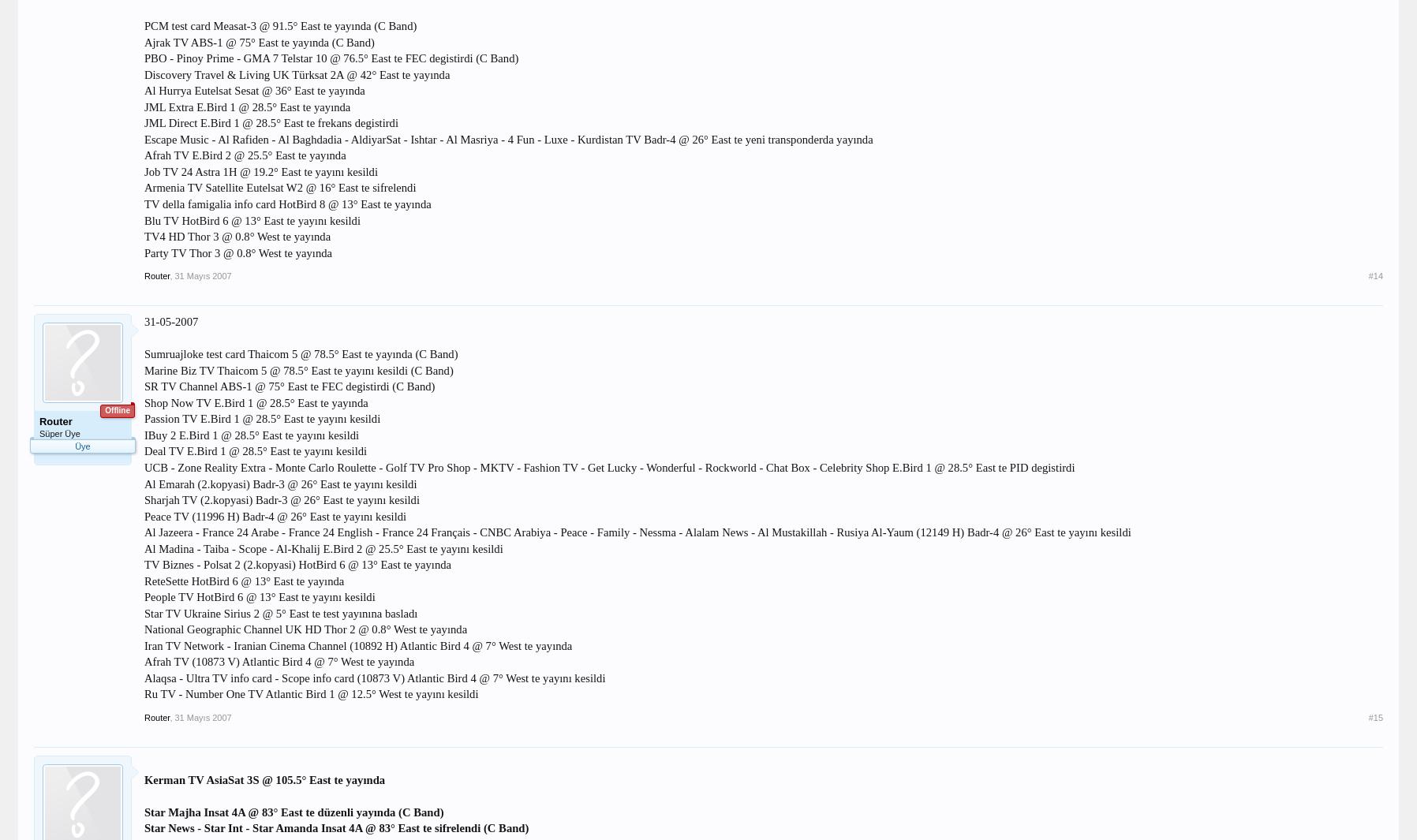 The height and width of the screenshot is (840, 1417). What do you see at coordinates (47, 469) in the screenshot?
I see `'Kayıt:'` at bounding box center [47, 469].